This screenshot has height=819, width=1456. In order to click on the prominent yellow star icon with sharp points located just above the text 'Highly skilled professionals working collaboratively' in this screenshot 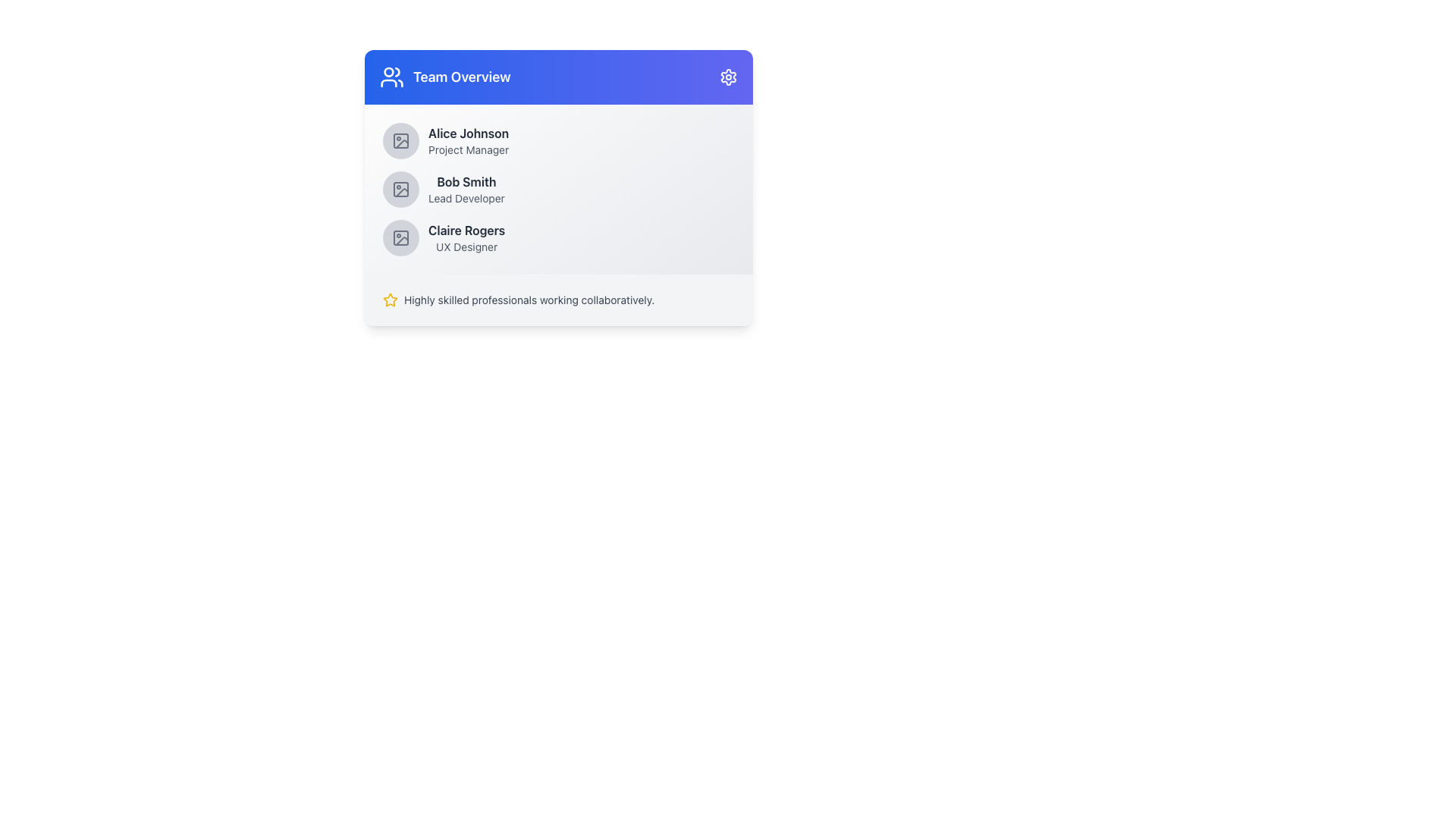, I will do `click(390, 300)`.